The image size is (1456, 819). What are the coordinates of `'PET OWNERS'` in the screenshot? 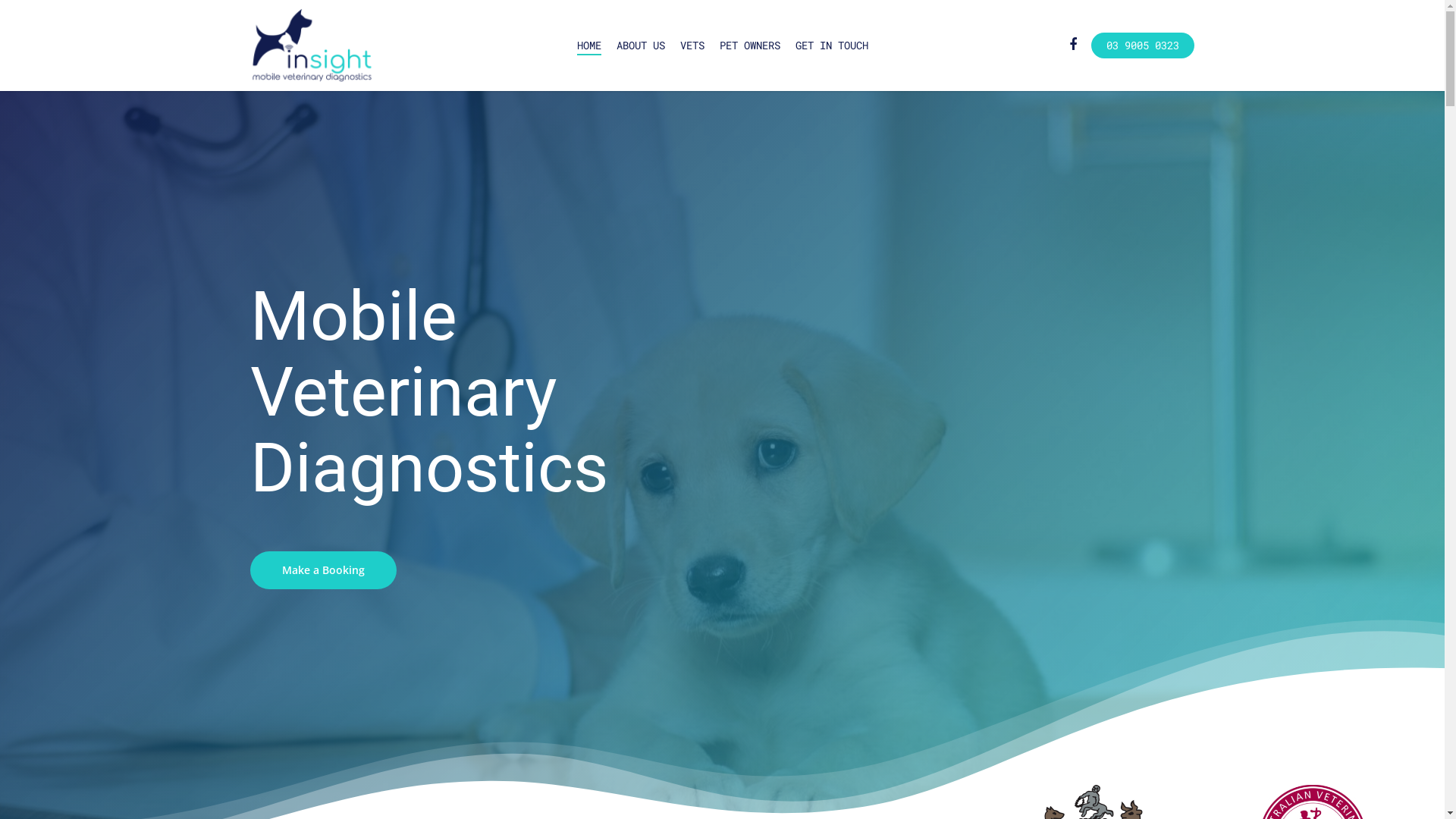 It's located at (718, 45).